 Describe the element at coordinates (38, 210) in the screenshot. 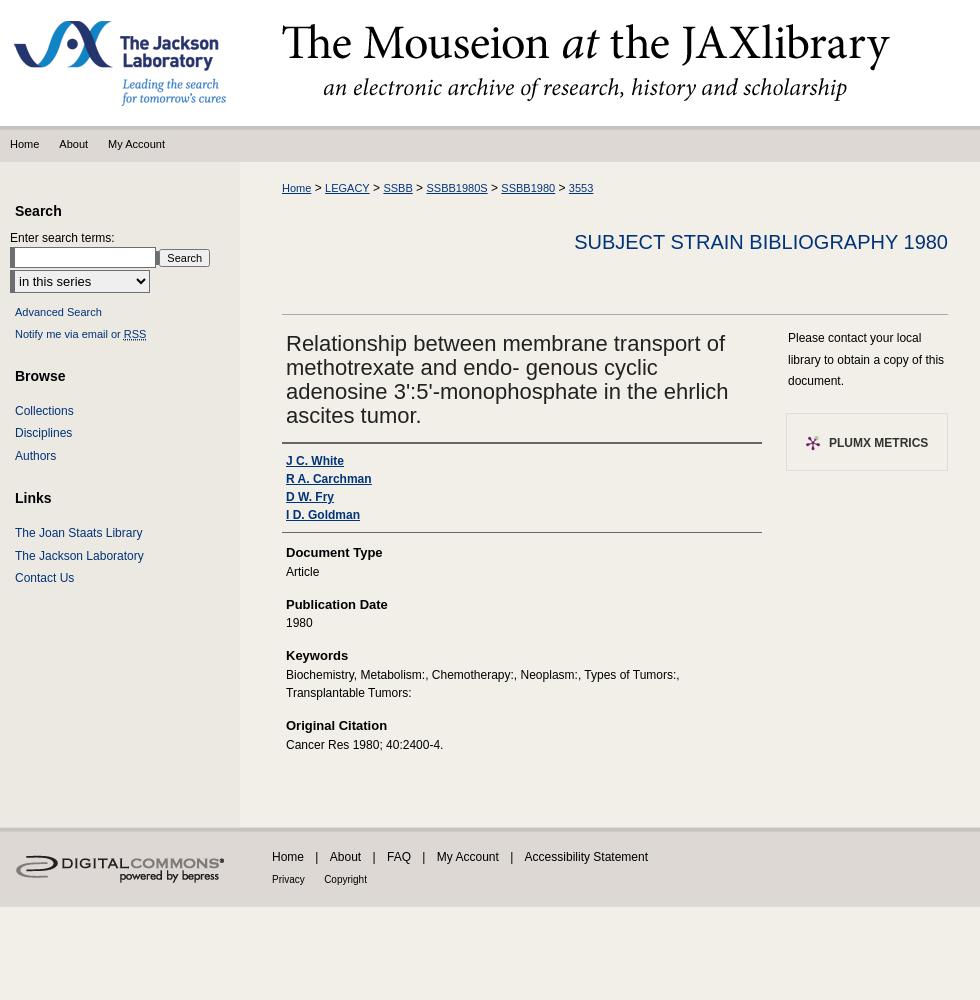

I see `'Search'` at that location.